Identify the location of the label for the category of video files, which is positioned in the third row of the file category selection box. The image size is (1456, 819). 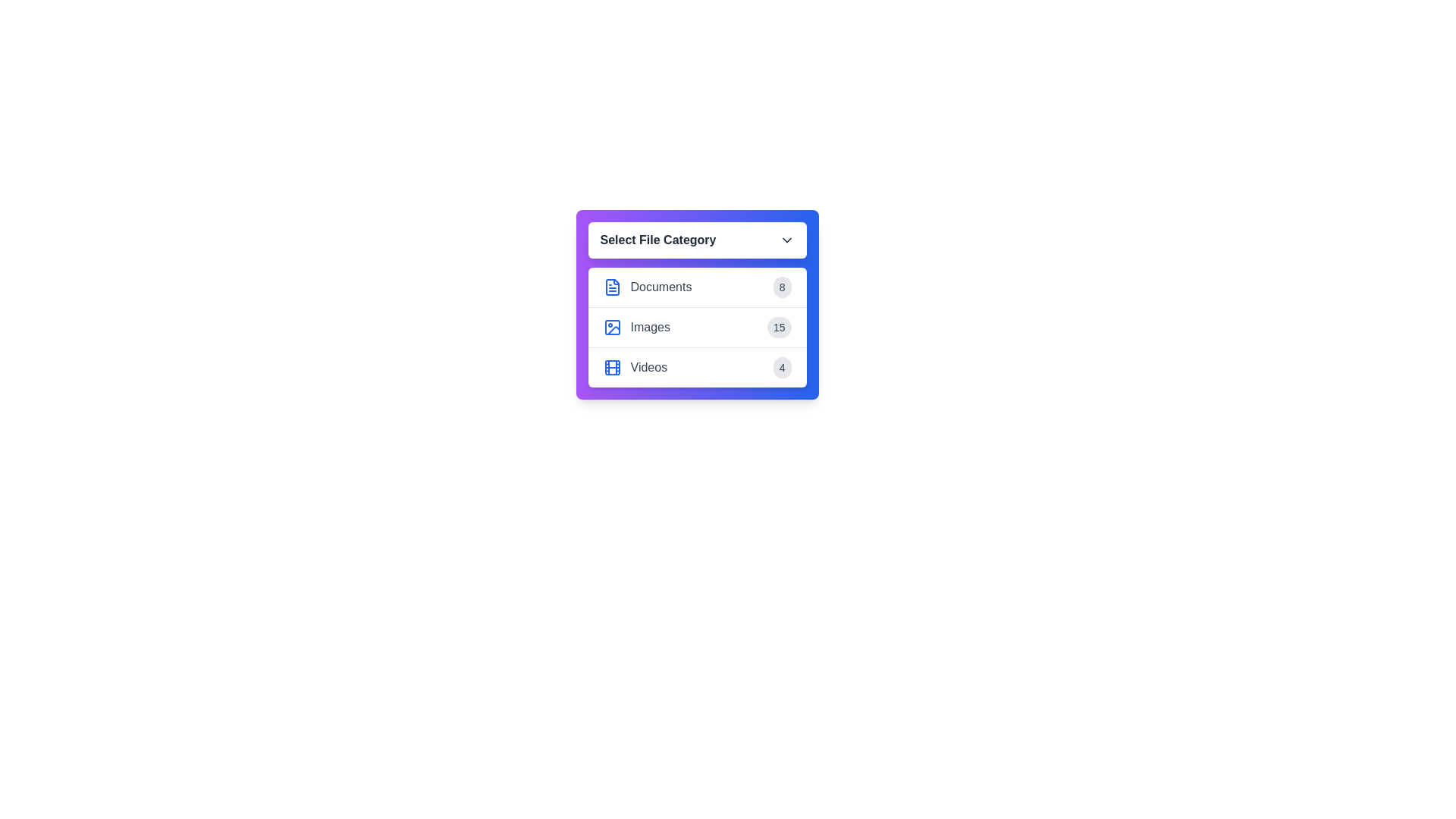
(635, 368).